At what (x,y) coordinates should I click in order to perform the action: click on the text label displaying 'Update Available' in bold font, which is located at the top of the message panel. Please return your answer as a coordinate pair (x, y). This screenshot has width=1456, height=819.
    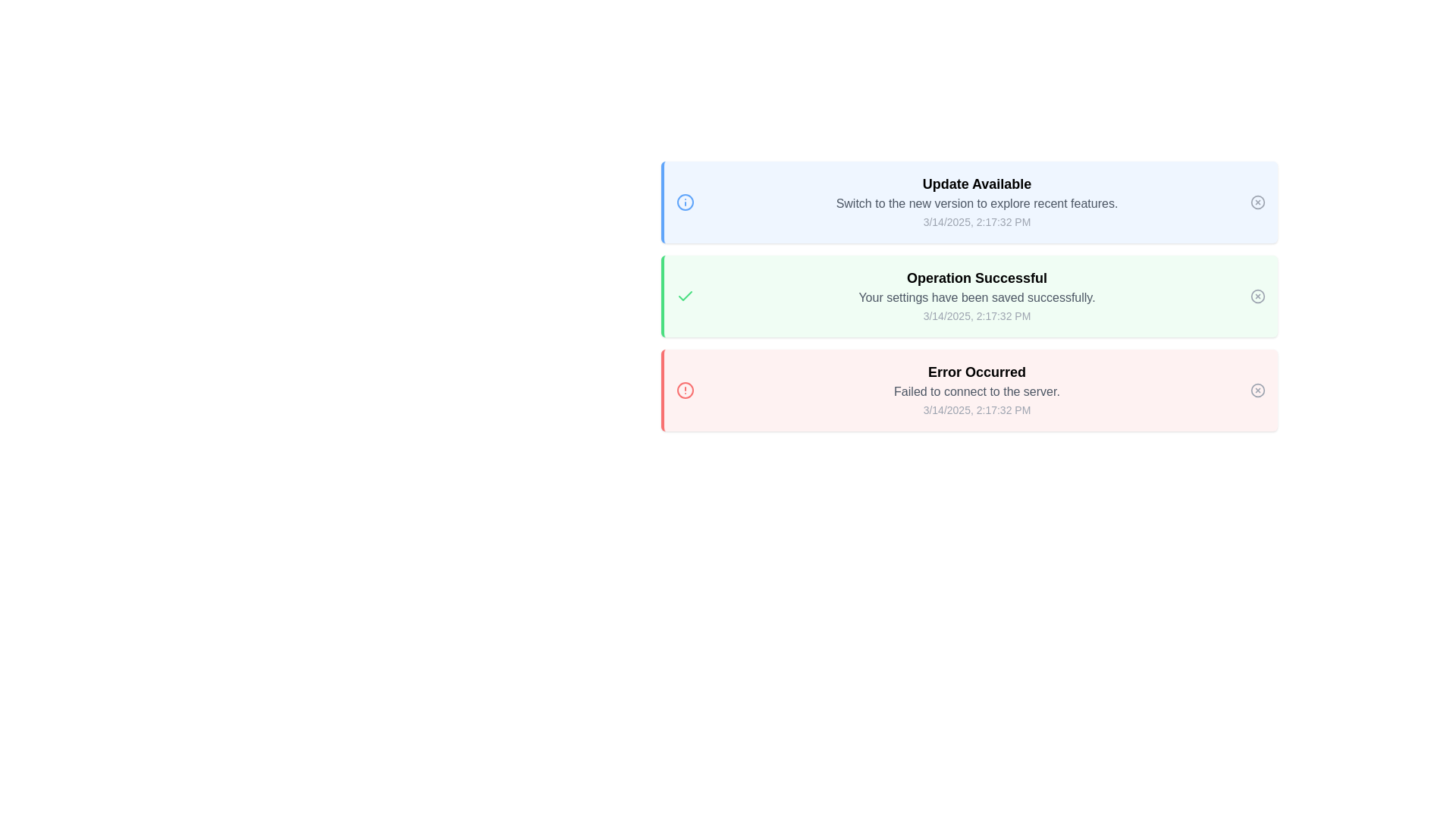
    Looking at the image, I should click on (977, 184).